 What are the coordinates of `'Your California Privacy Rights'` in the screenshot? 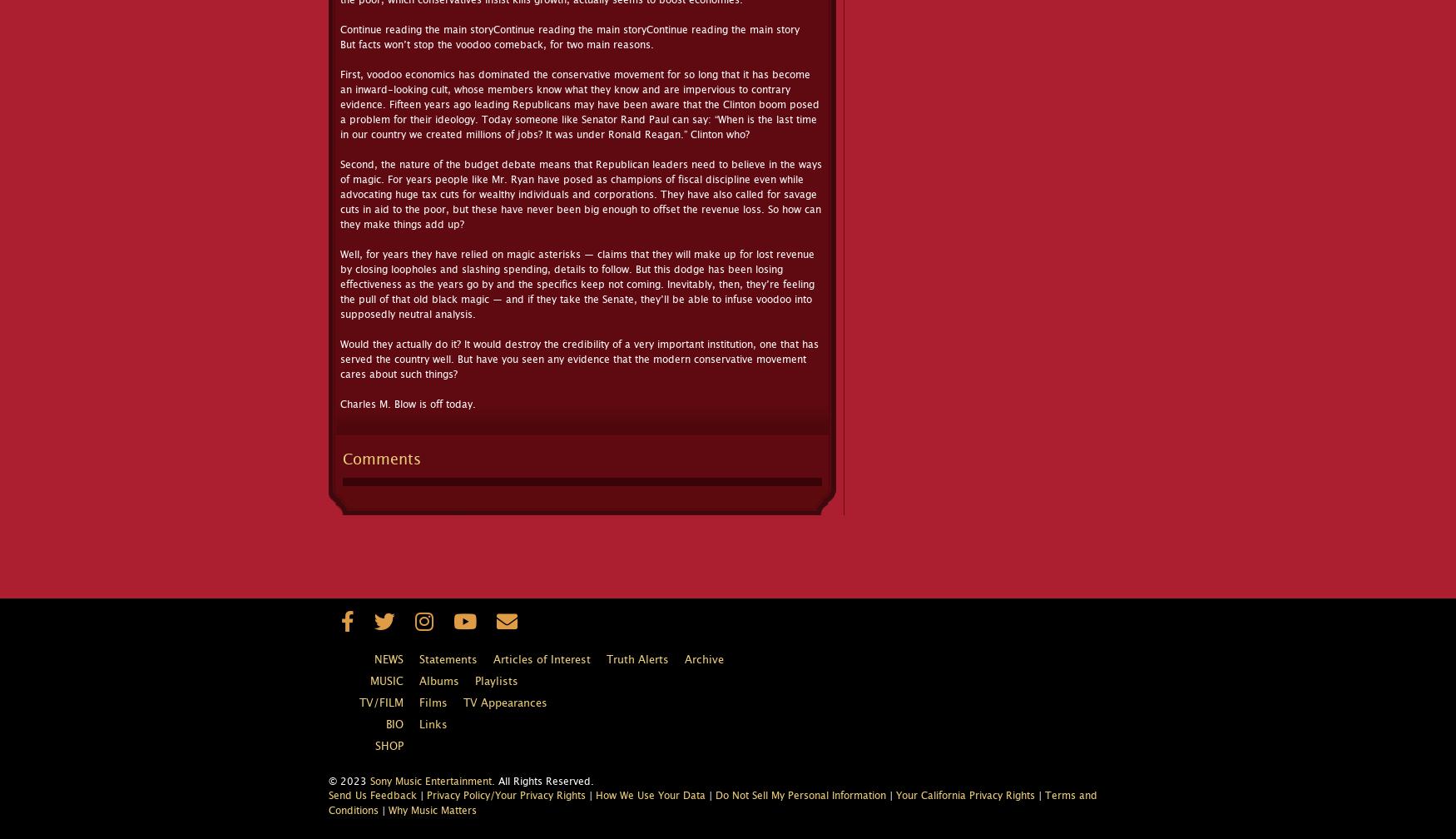 It's located at (964, 795).